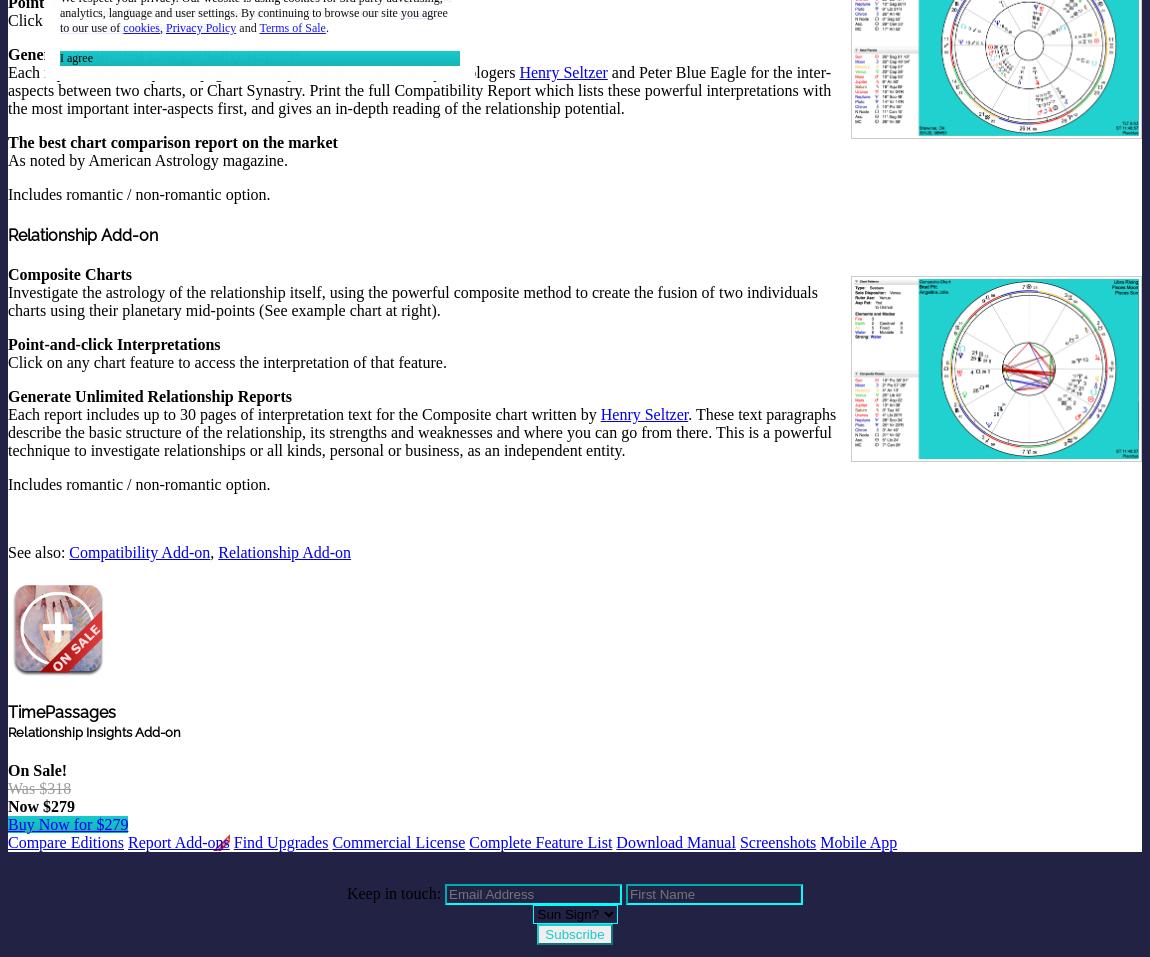  Describe the element at coordinates (138, 551) in the screenshot. I see `'Compatibility Add-on'` at that location.